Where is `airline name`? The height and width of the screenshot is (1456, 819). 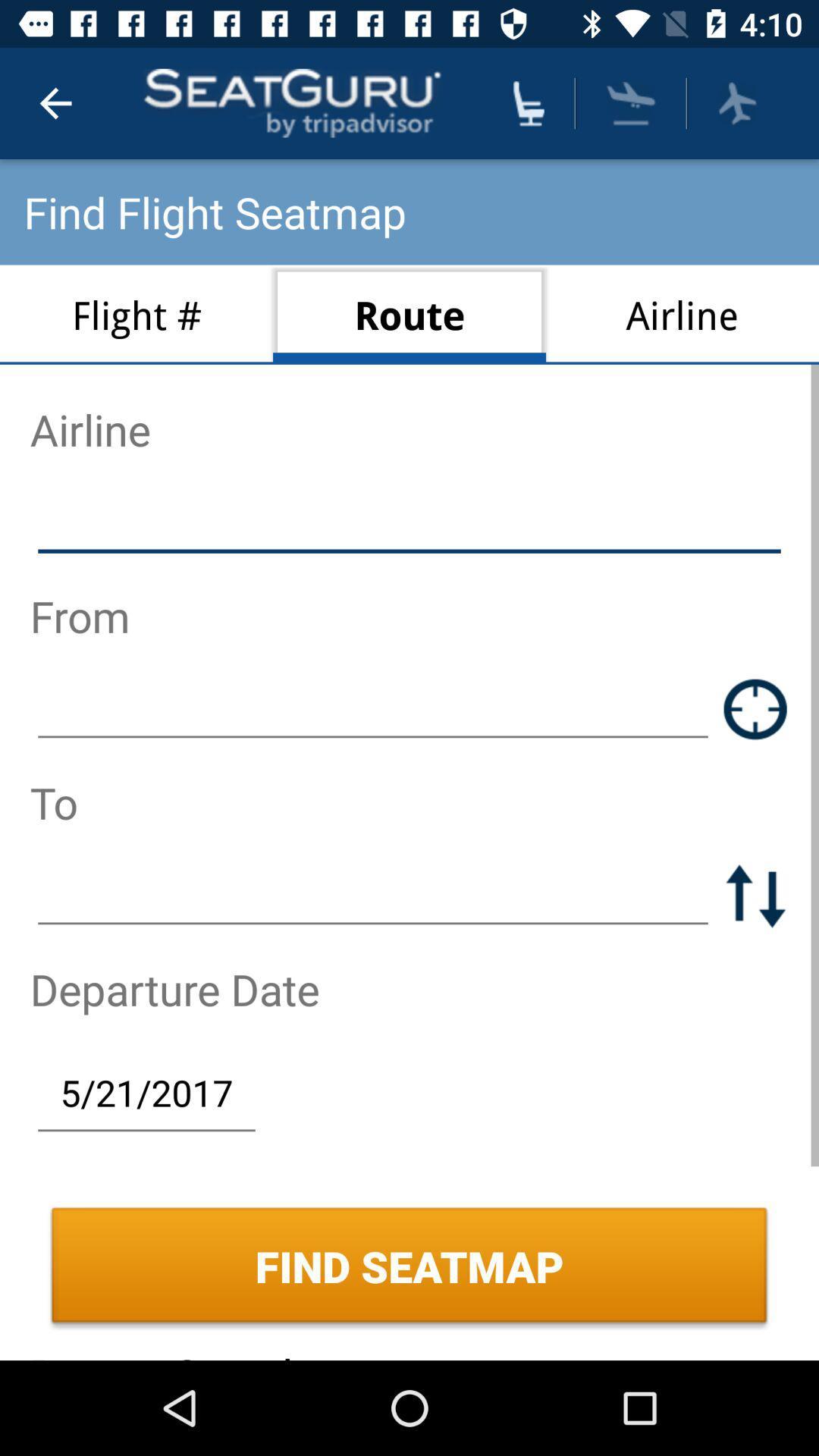
airline name is located at coordinates (409, 522).